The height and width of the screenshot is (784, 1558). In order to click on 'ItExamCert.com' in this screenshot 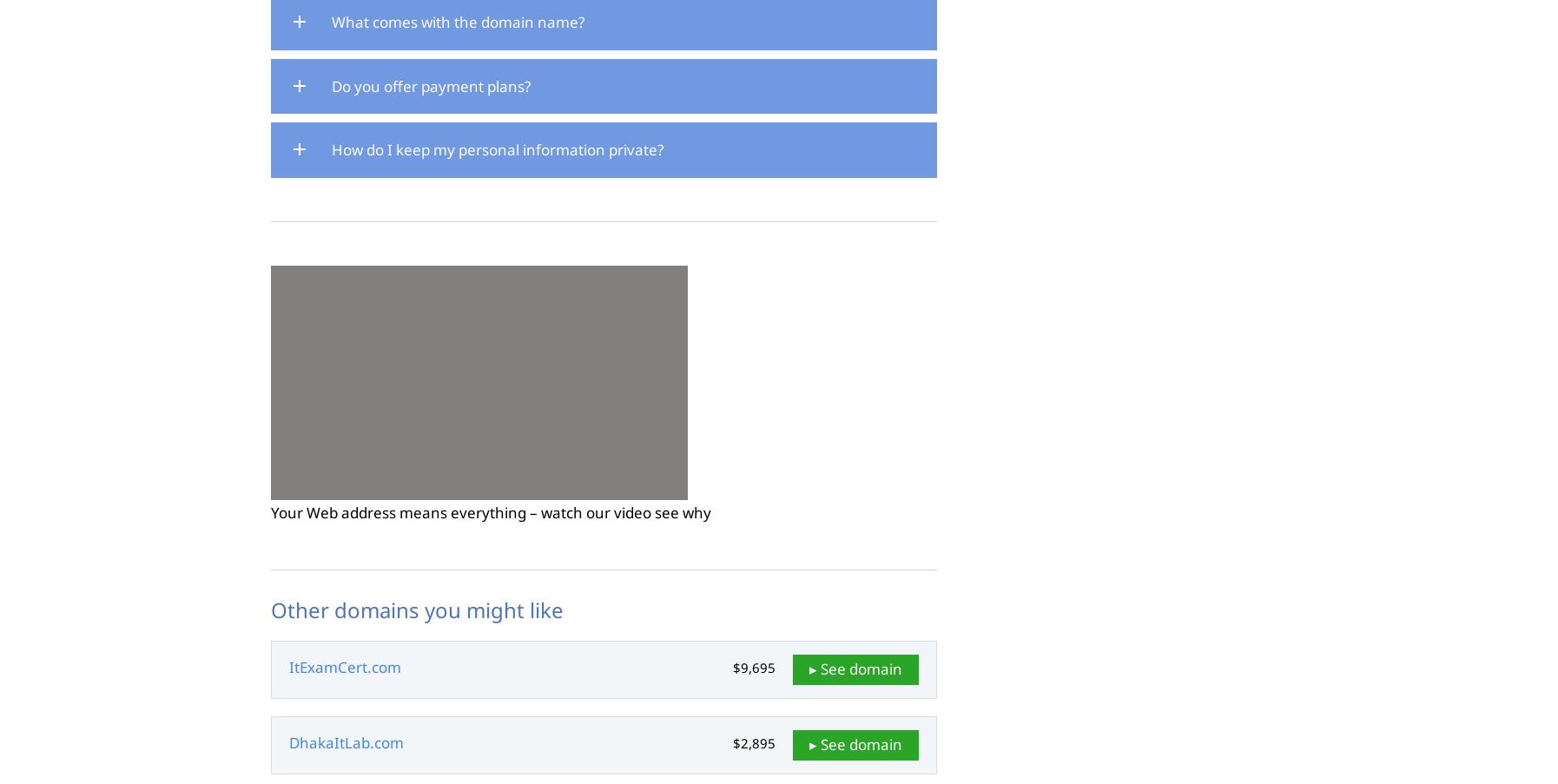, I will do `click(344, 667)`.